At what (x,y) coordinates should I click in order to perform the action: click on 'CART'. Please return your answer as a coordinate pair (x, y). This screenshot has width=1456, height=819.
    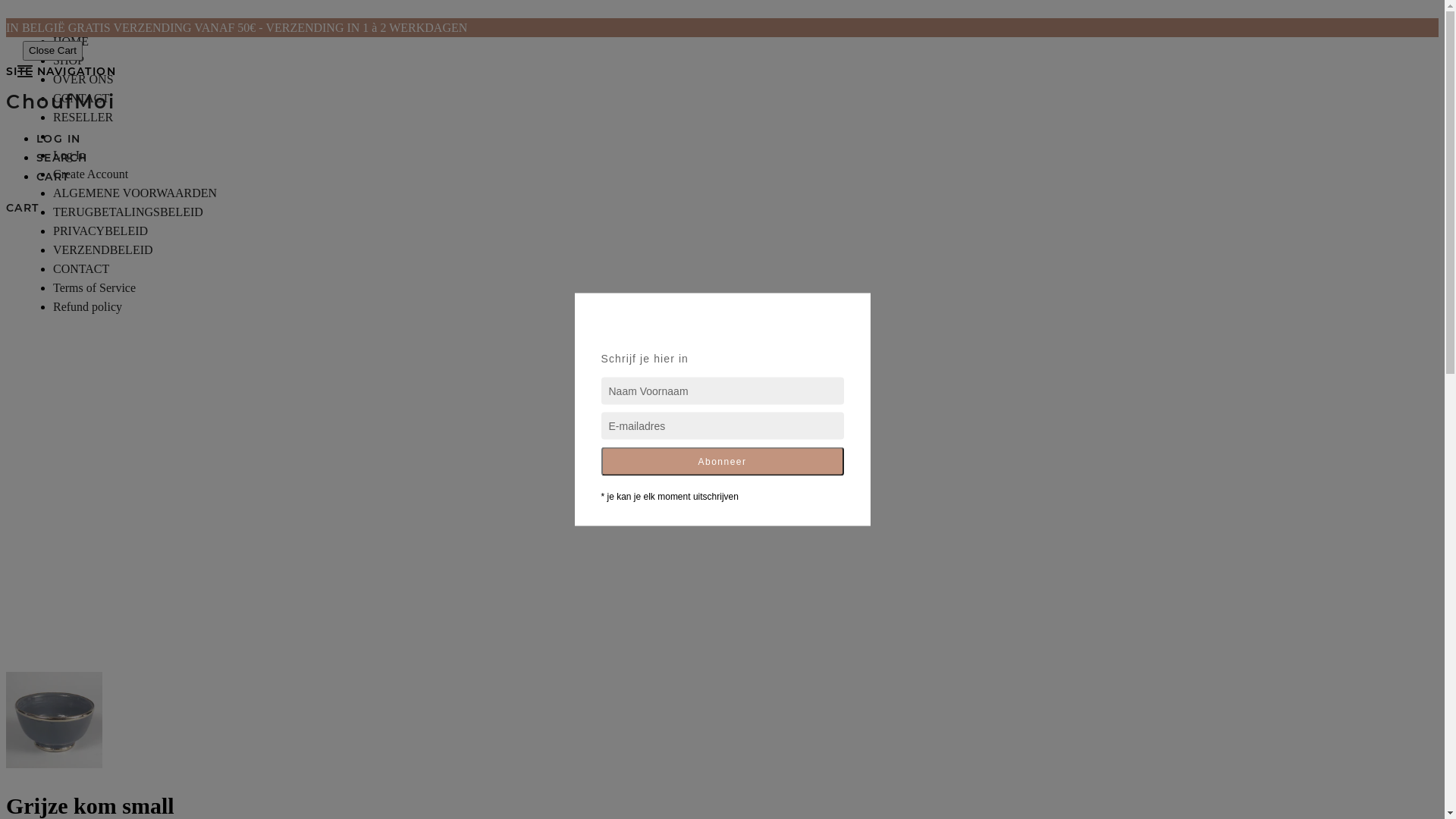
    Looking at the image, I should click on (53, 175).